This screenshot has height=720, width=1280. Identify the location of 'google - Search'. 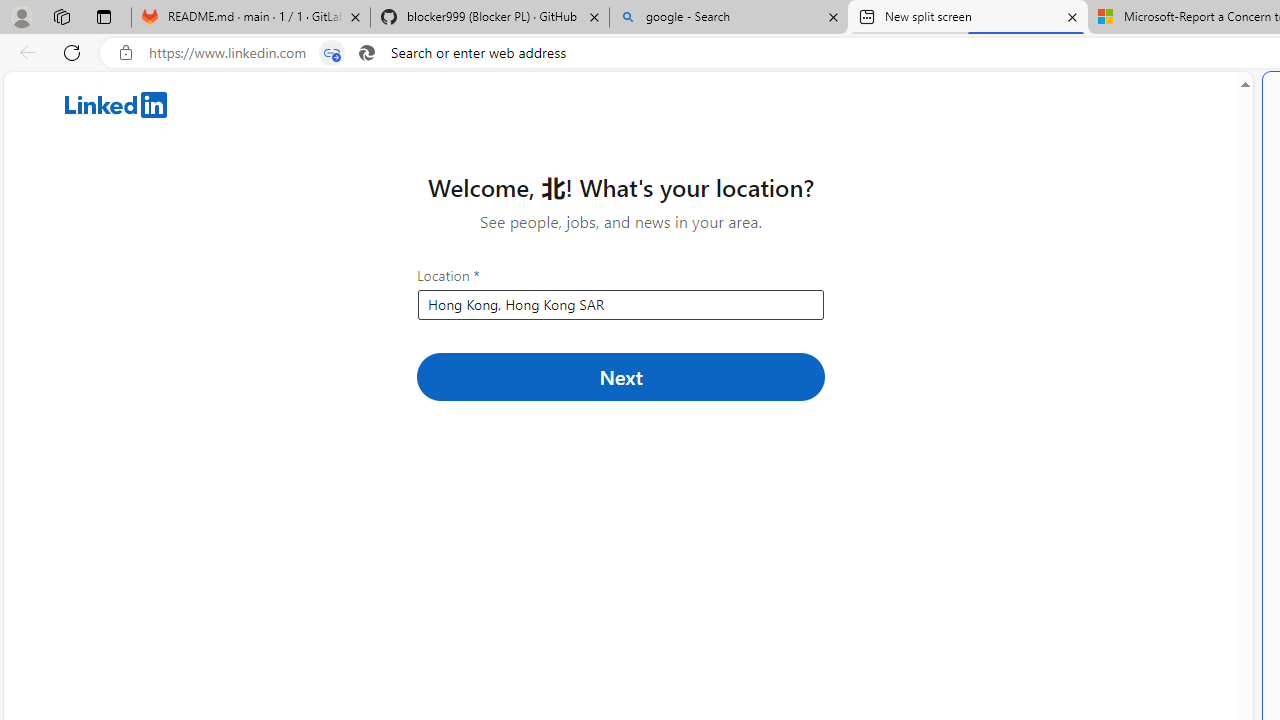
(728, 17).